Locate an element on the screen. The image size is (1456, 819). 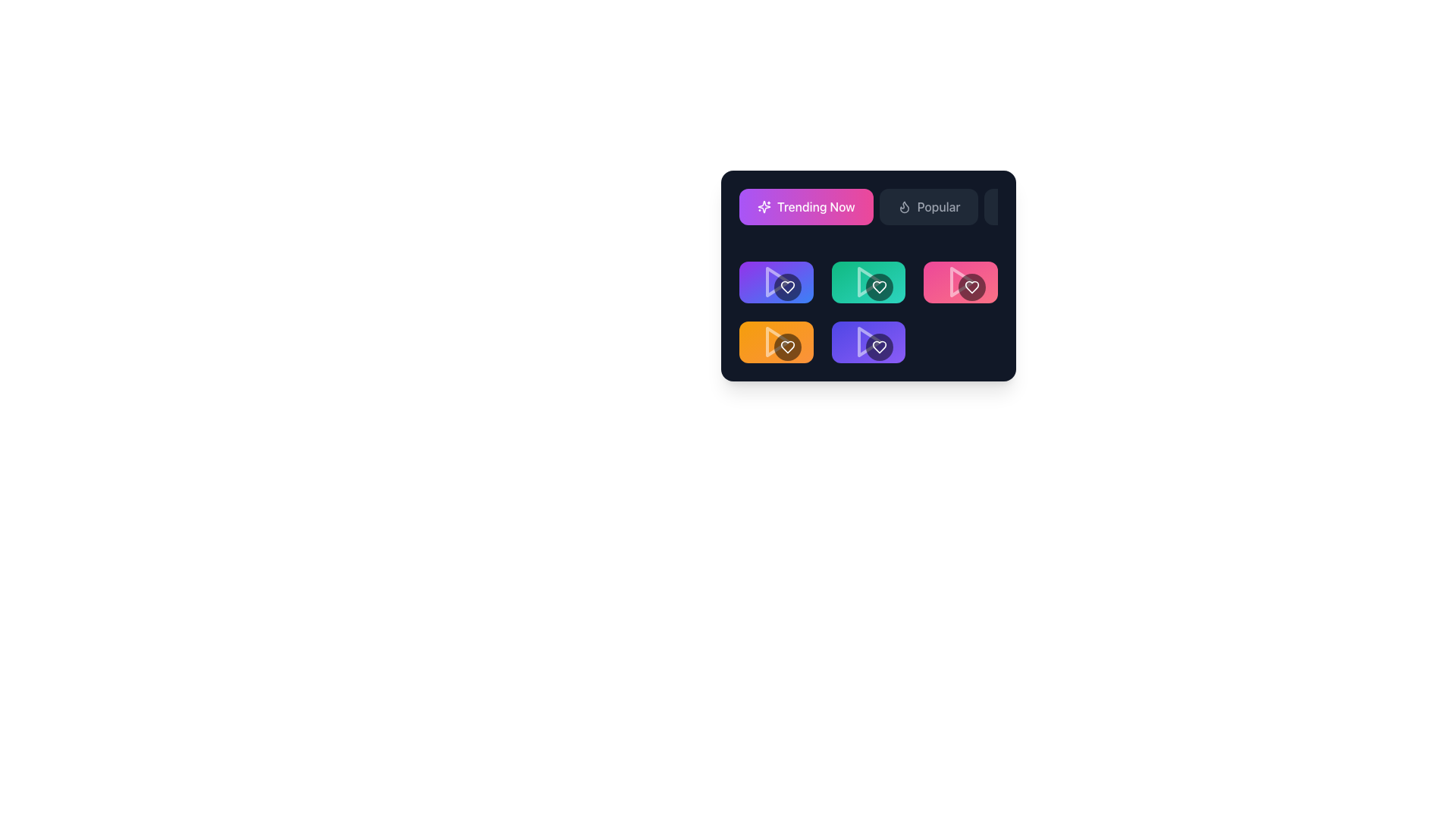
the Interactive count display button, which shows '234K' in bold white font and a thumbs-up icon, to observe its hover effects is located at coordinates (787, 275).